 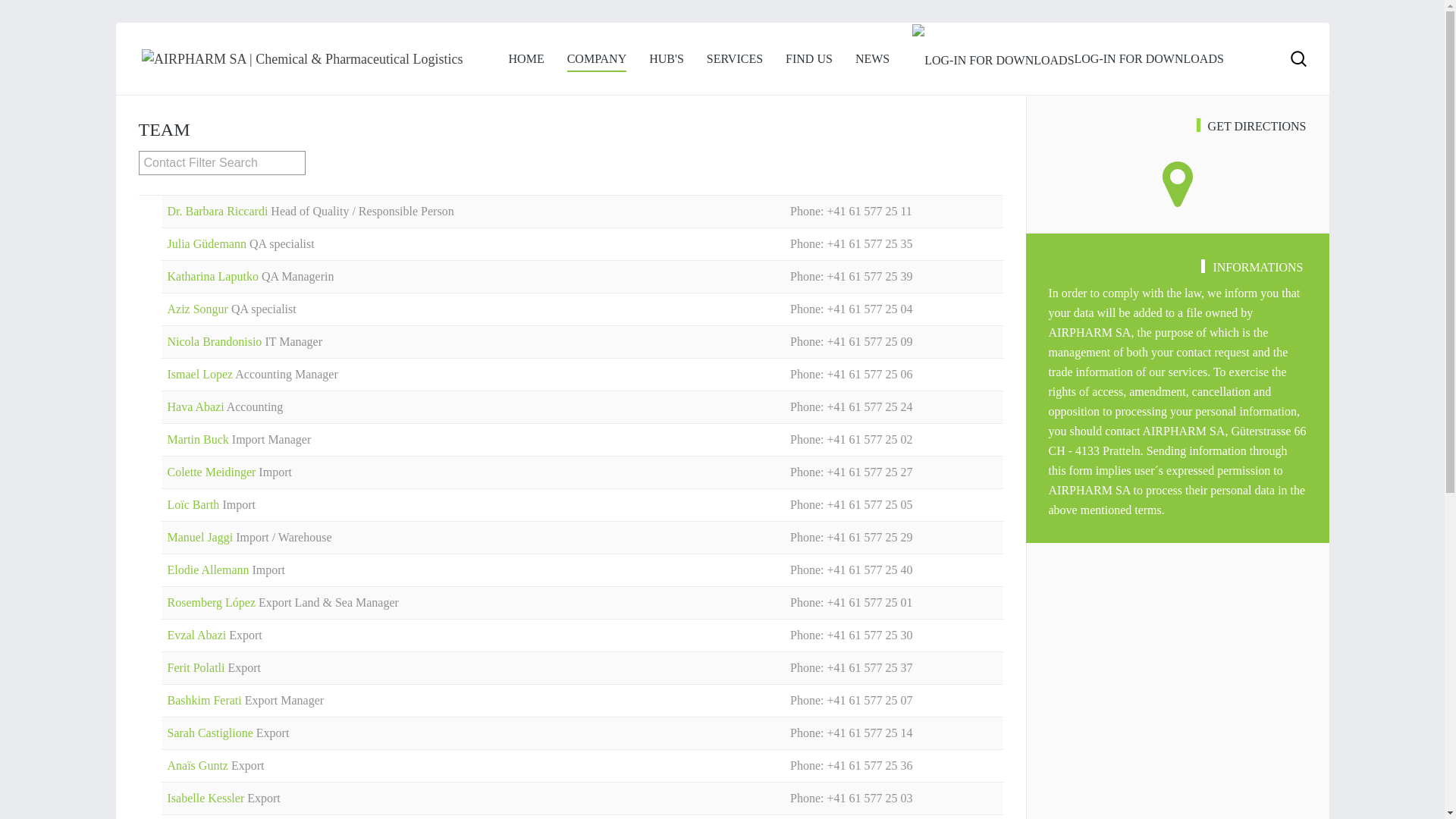 What do you see at coordinates (196, 406) in the screenshot?
I see `'Hava Abazi'` at bounding box center [196, 406].